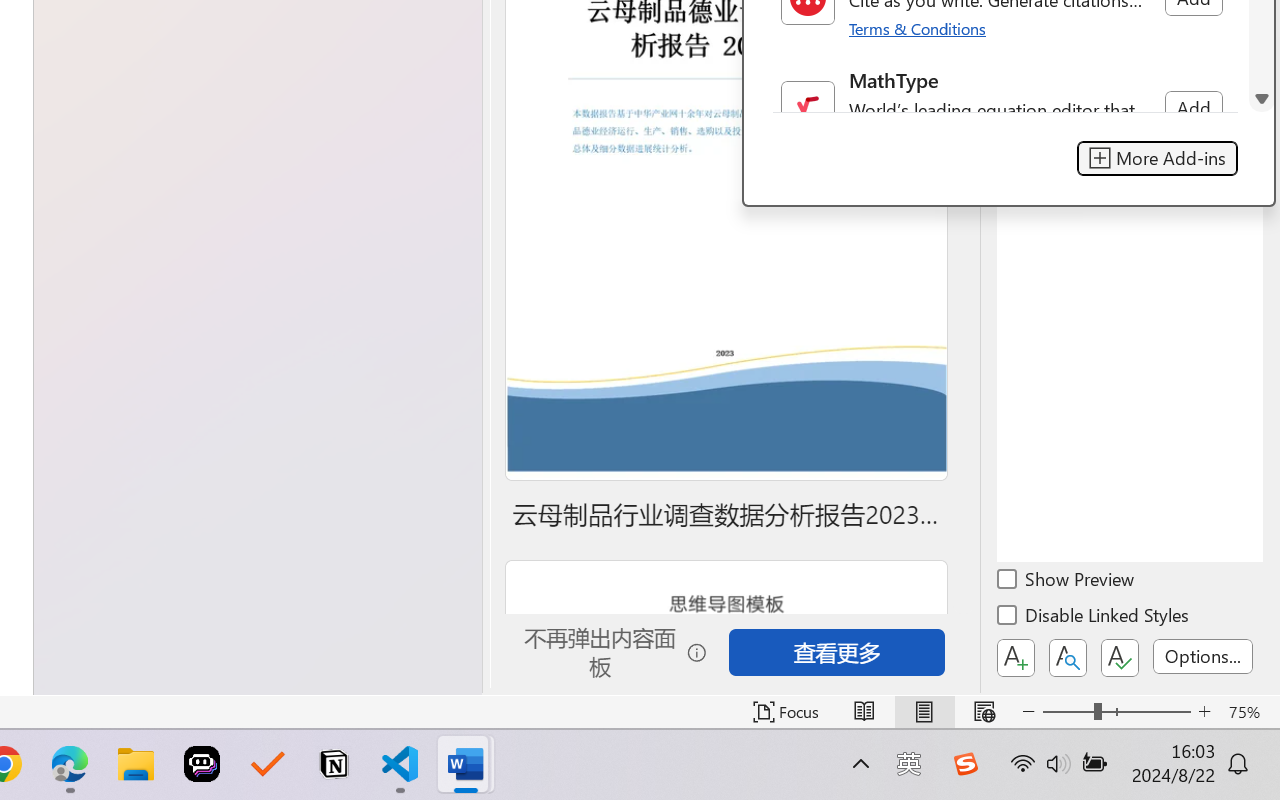 The image size is (1280, 800). I want to click on 'Line down', so click(1261, 99).